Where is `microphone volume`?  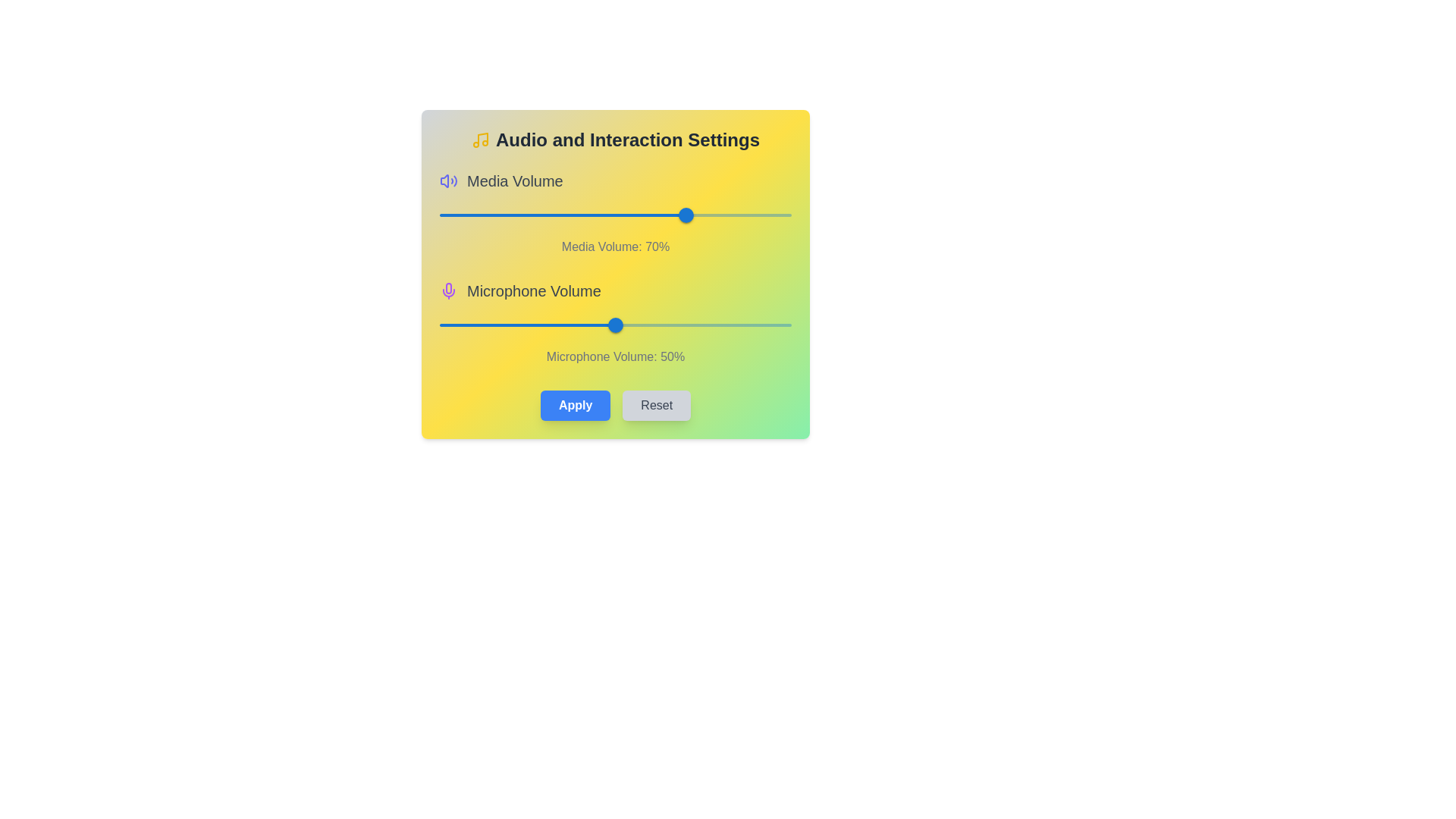 microphone volume is located at coordinates (612, 324).